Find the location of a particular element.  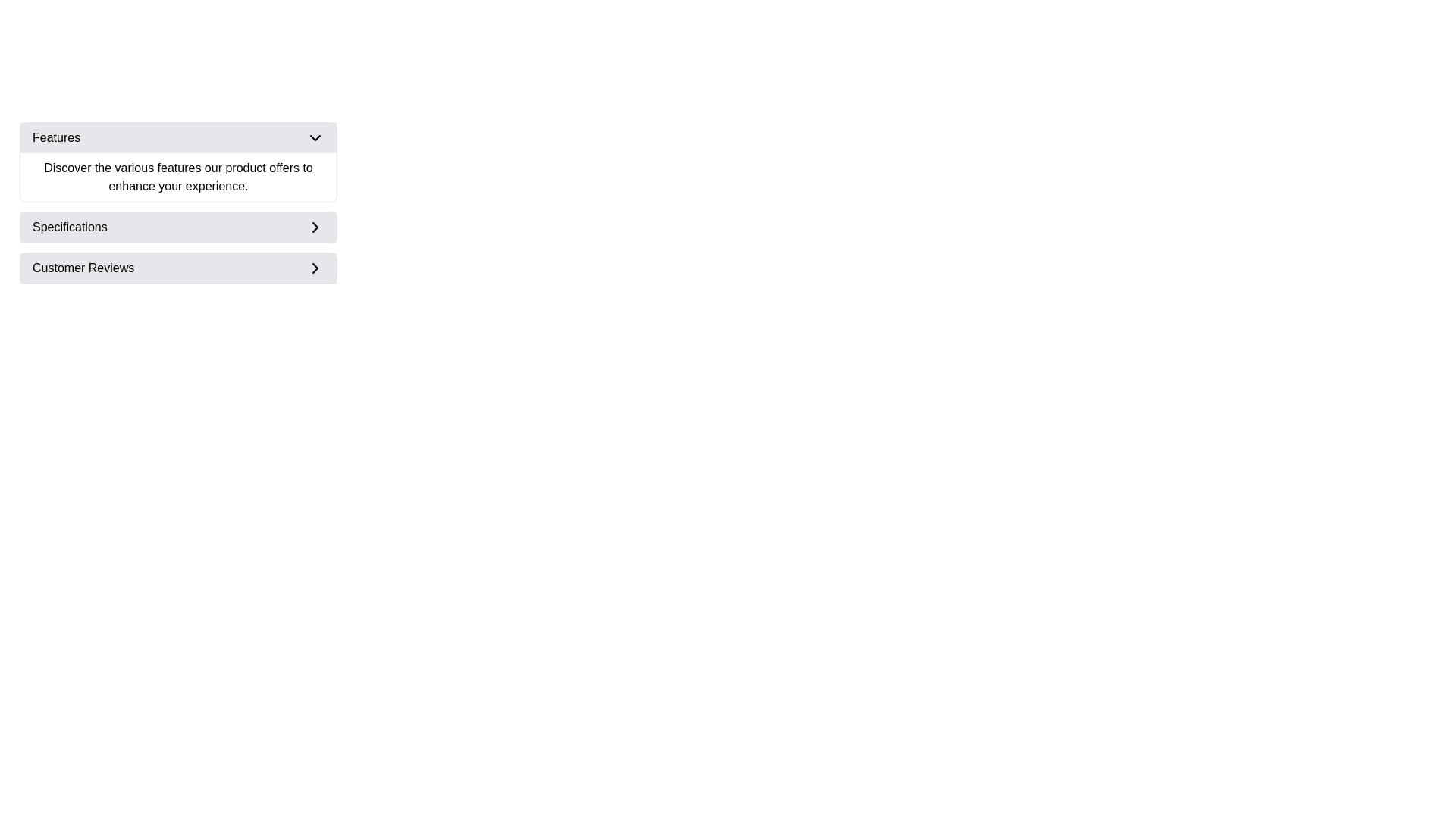

the static text providing descriptive information about the product features, located under the 'Features' heading is located at coordinates (178, 177).